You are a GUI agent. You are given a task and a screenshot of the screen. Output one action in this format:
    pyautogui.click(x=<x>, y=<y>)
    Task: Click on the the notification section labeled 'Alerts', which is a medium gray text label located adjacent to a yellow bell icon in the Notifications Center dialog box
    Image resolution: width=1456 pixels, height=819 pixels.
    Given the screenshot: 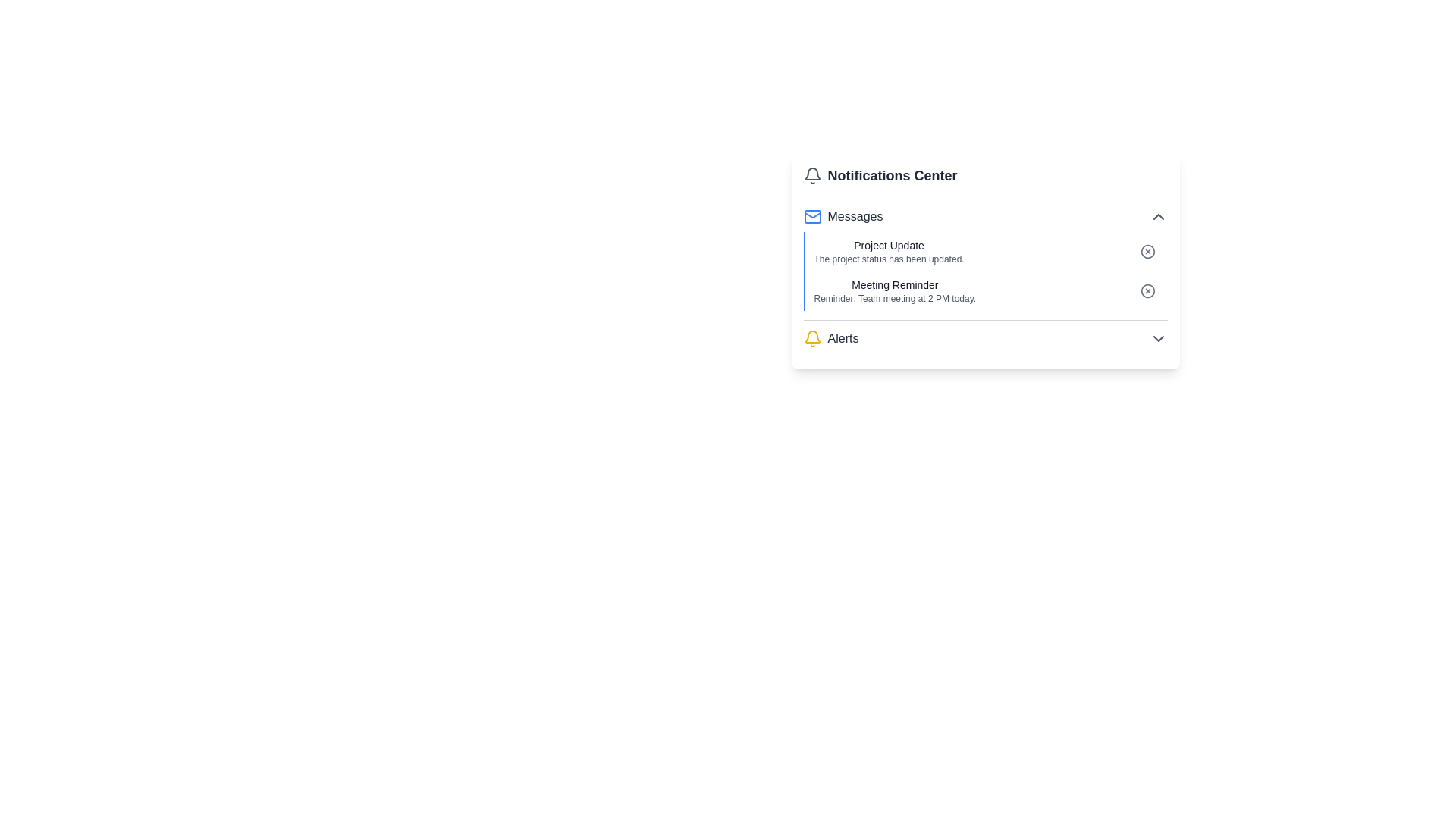 What is the action you would take?
    pyautogui.click(x=842, y=338)
    